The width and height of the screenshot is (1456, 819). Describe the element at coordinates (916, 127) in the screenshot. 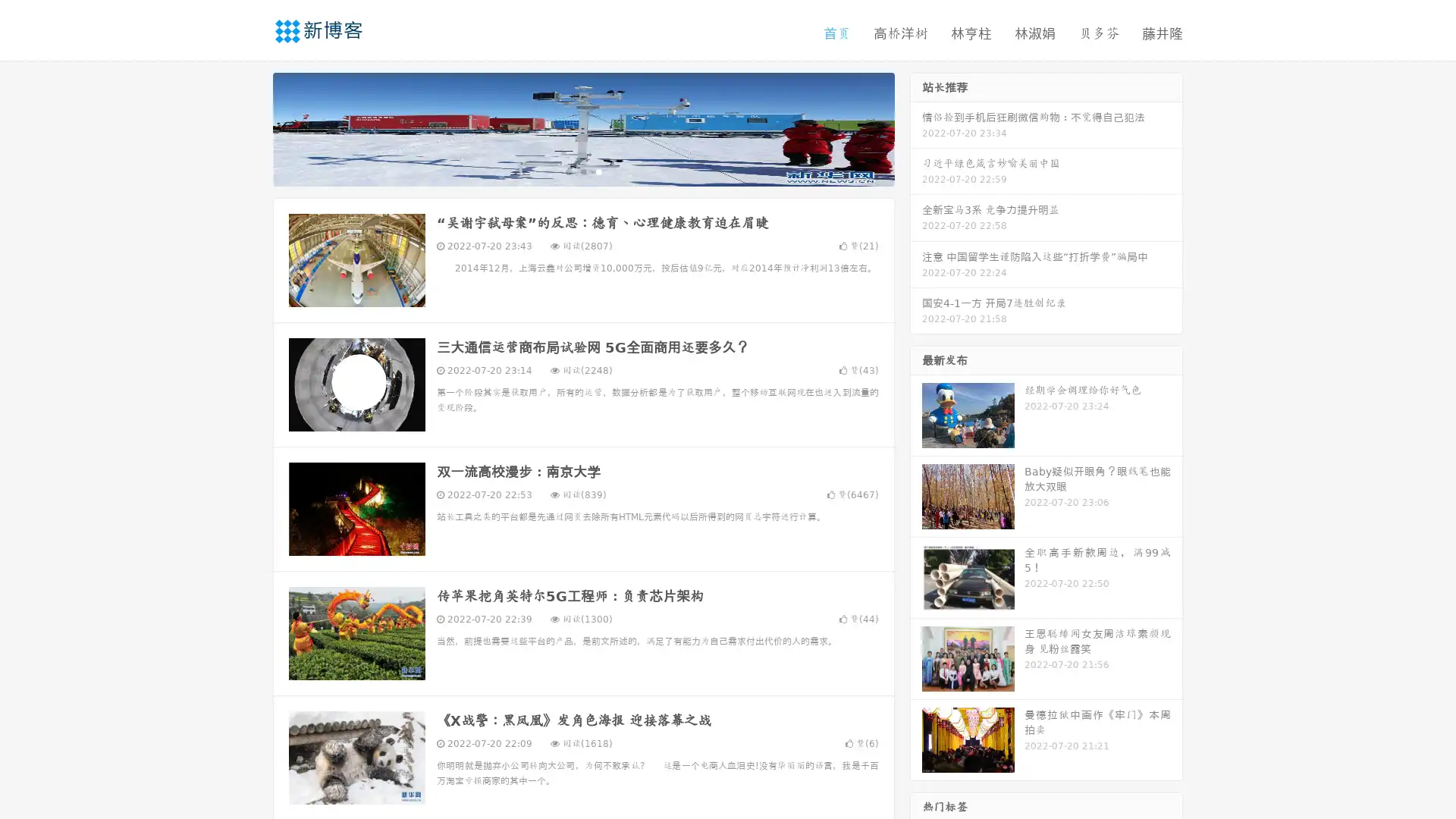

I see `Next slide` at that location.